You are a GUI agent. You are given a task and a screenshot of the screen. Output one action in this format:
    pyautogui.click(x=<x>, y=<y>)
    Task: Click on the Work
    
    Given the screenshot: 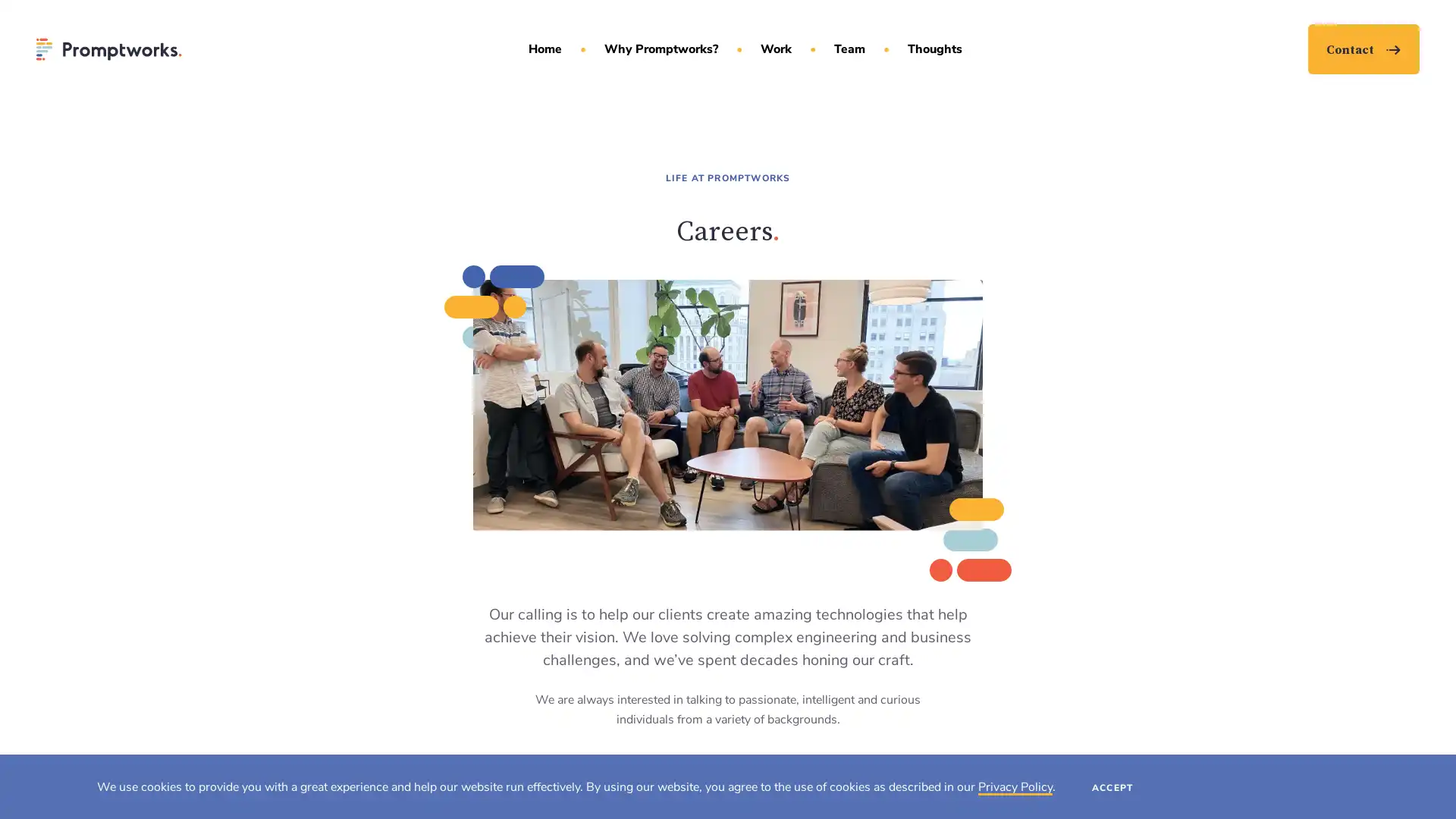 What is the action you would take?
    pyautogui.click(x=775, y=49)
    